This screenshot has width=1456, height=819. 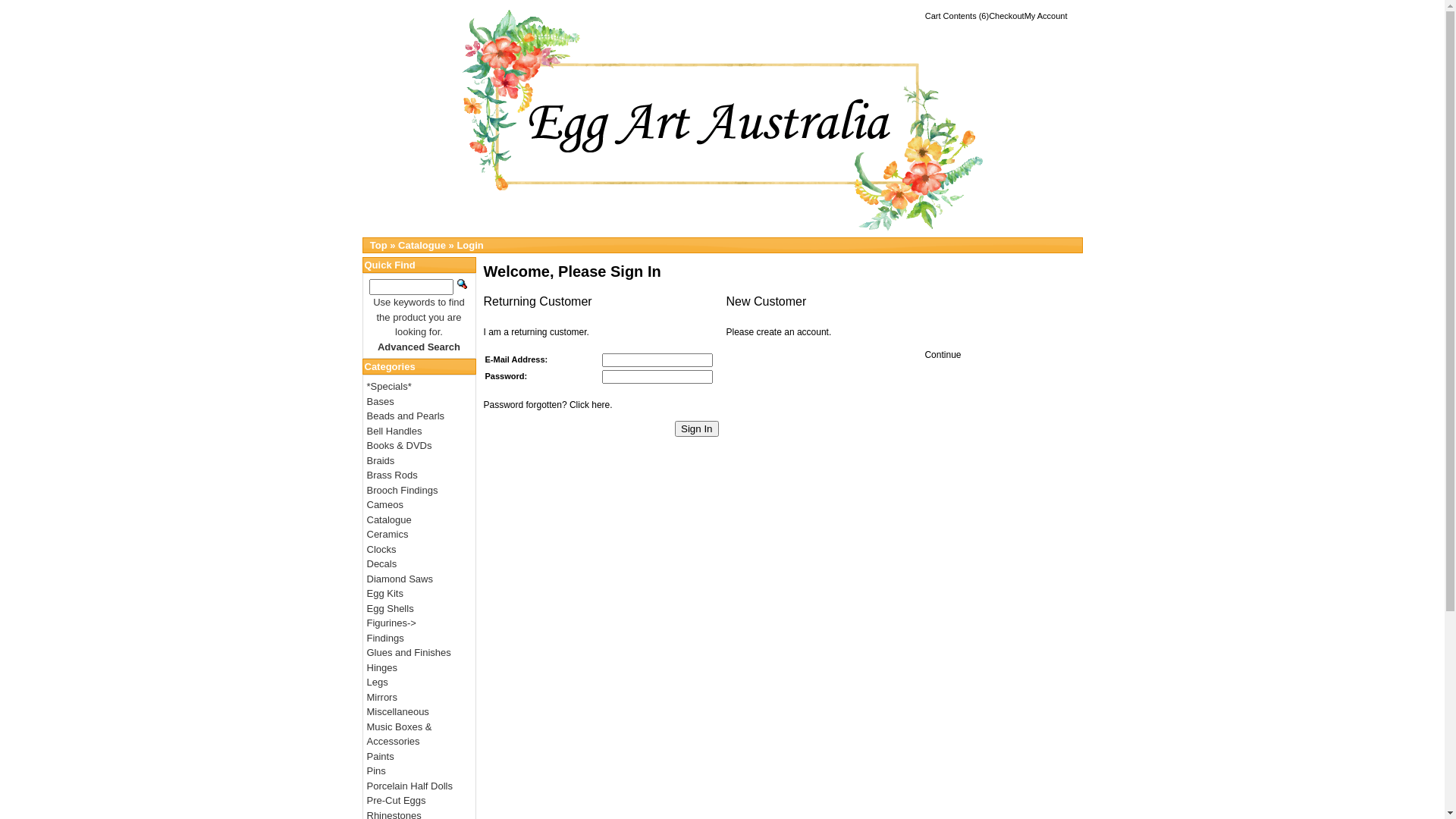 What do you see at coordinates (390, 607) in the screenshot?
I see `'Egg Shells'` at bounding box center [390, 607].